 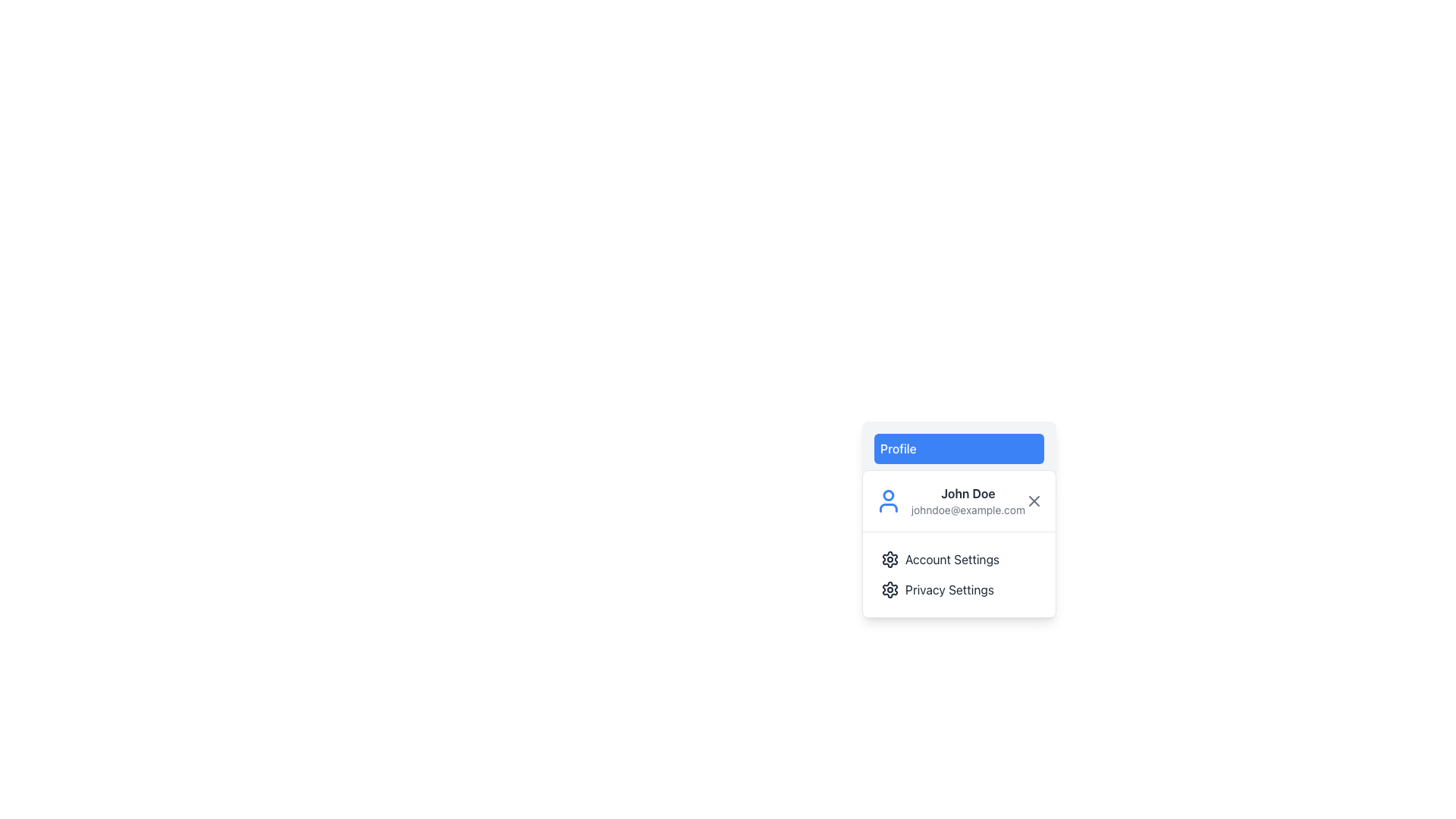 What do you see at coordinates (959, 447) in the screenshot?
I see `the button that navigates to the user profile section, located above the user details including 'John Doe' and 'johndoe@example.com', to change its appearance` at bounding box center [959, 447].